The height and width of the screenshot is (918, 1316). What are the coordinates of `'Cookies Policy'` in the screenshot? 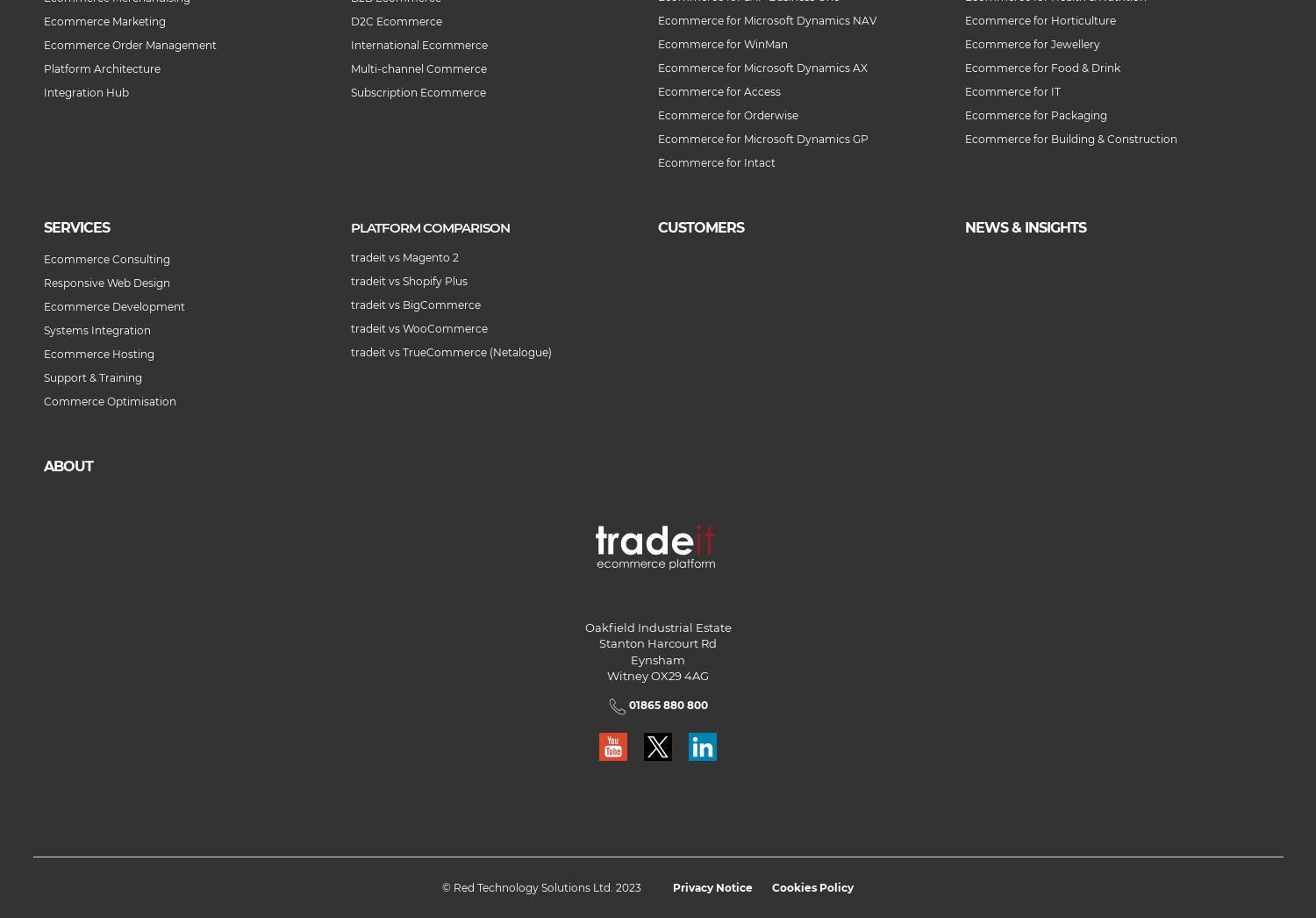 It's located at (812, 887).